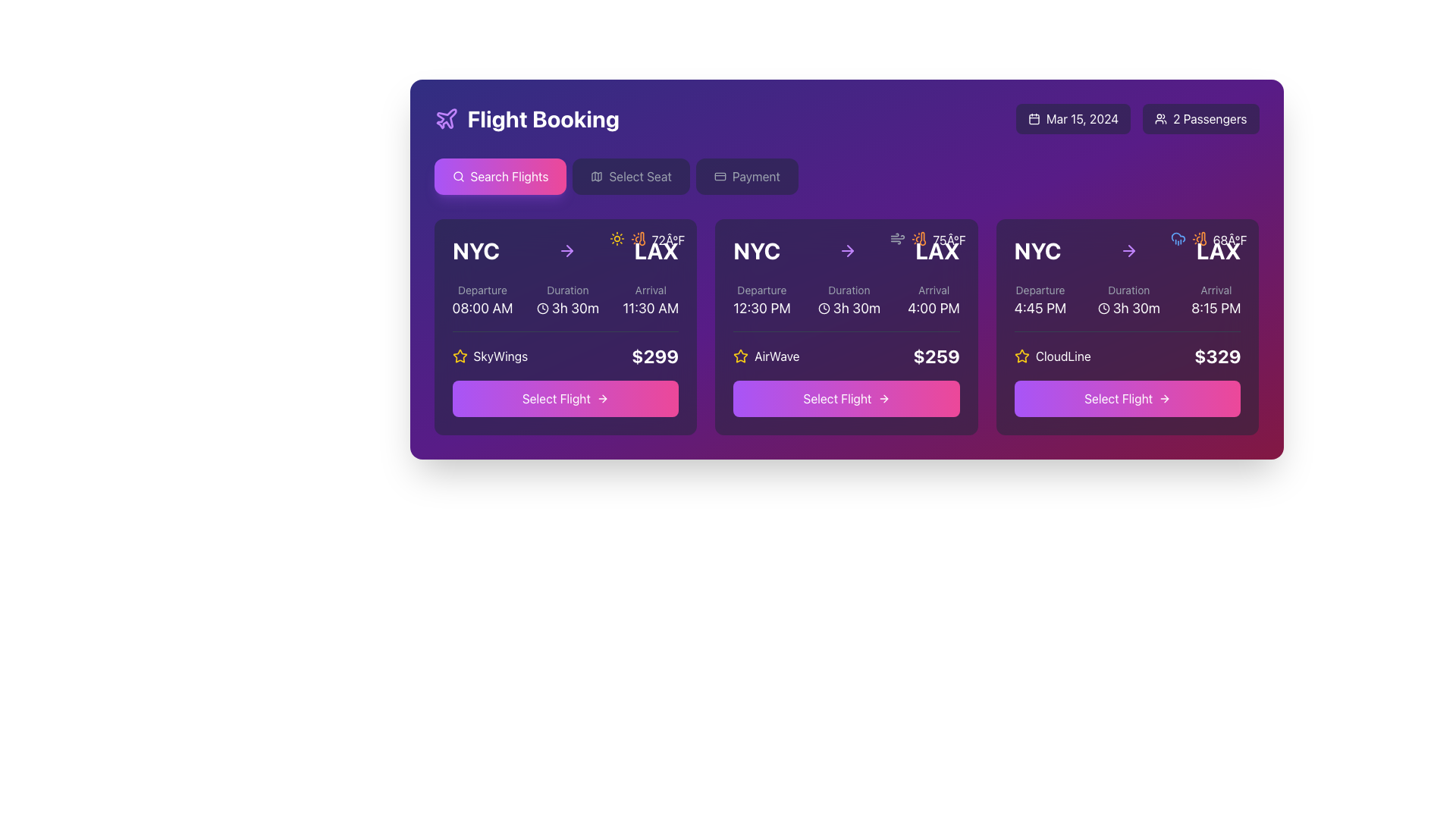 The width and height of the screenshot is (1456, 819). Describe the element at coordinates (1040, 290) in the screenshot. I see `the 'Departure' label located above the '4:45 PM' display in the flight details card for the NYC to LAX flight` at that location.